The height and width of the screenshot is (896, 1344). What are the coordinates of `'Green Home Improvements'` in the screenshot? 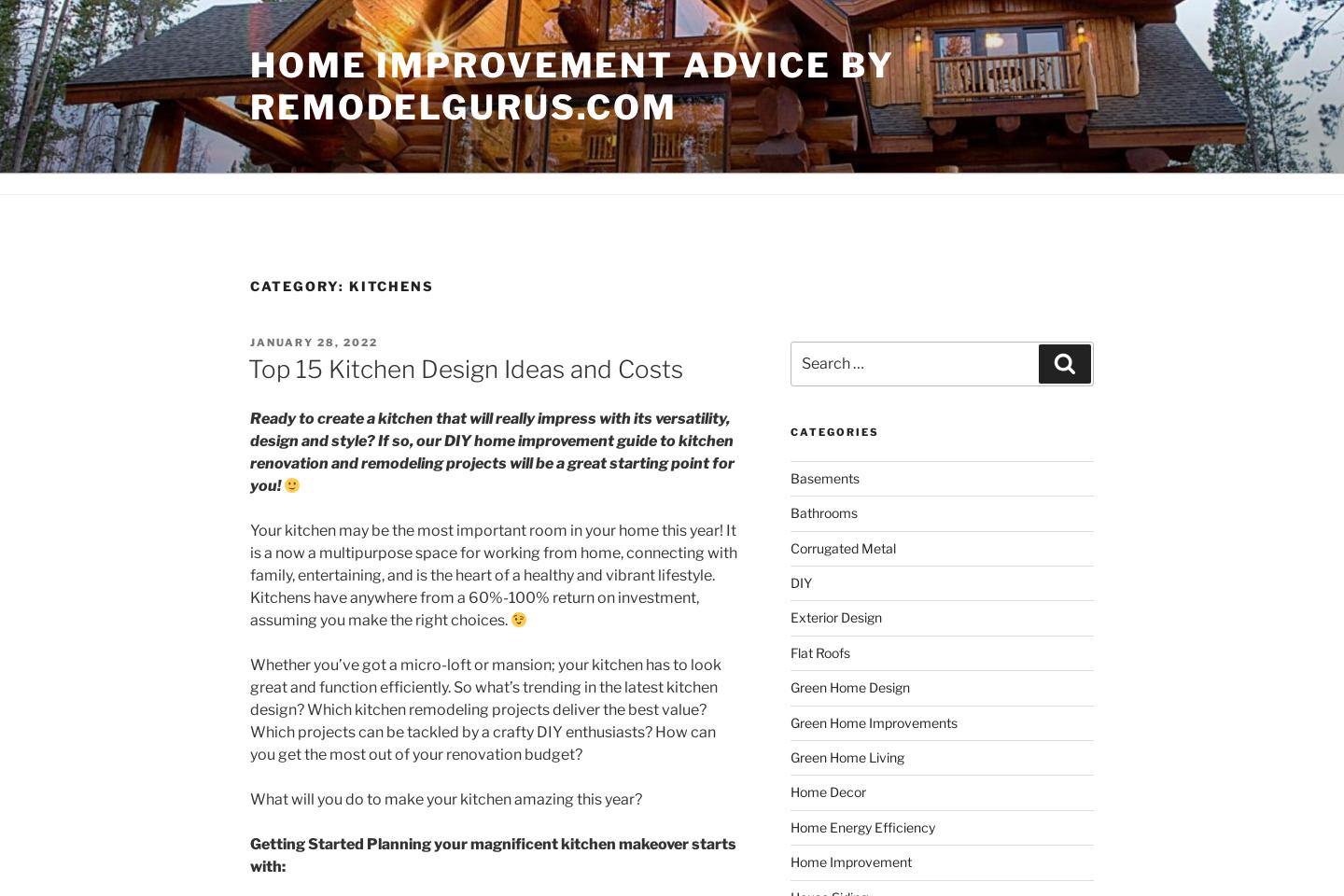 It's located at (873, 721).